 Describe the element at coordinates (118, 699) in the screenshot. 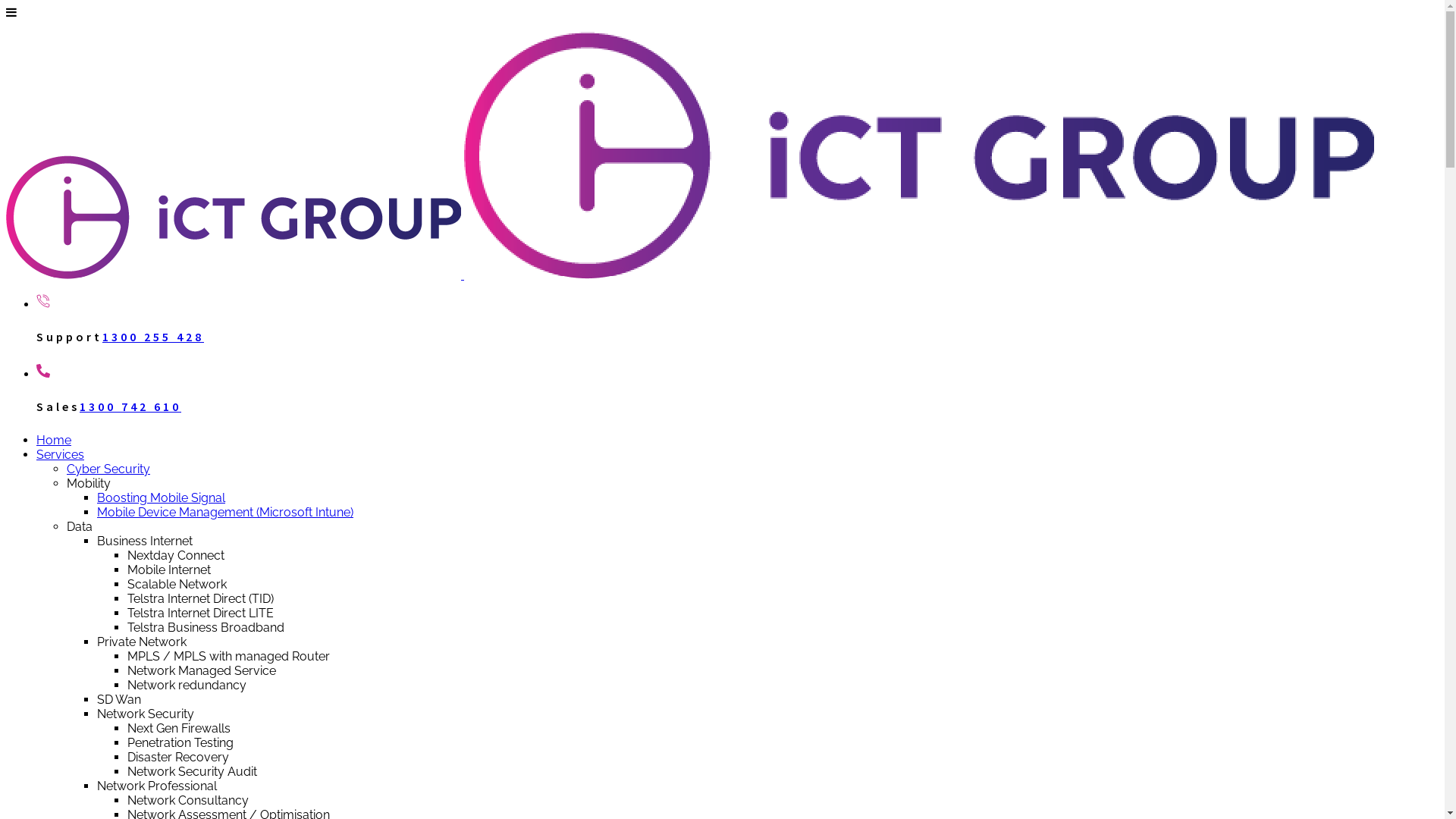

I see `'SD Wan'` at that location.